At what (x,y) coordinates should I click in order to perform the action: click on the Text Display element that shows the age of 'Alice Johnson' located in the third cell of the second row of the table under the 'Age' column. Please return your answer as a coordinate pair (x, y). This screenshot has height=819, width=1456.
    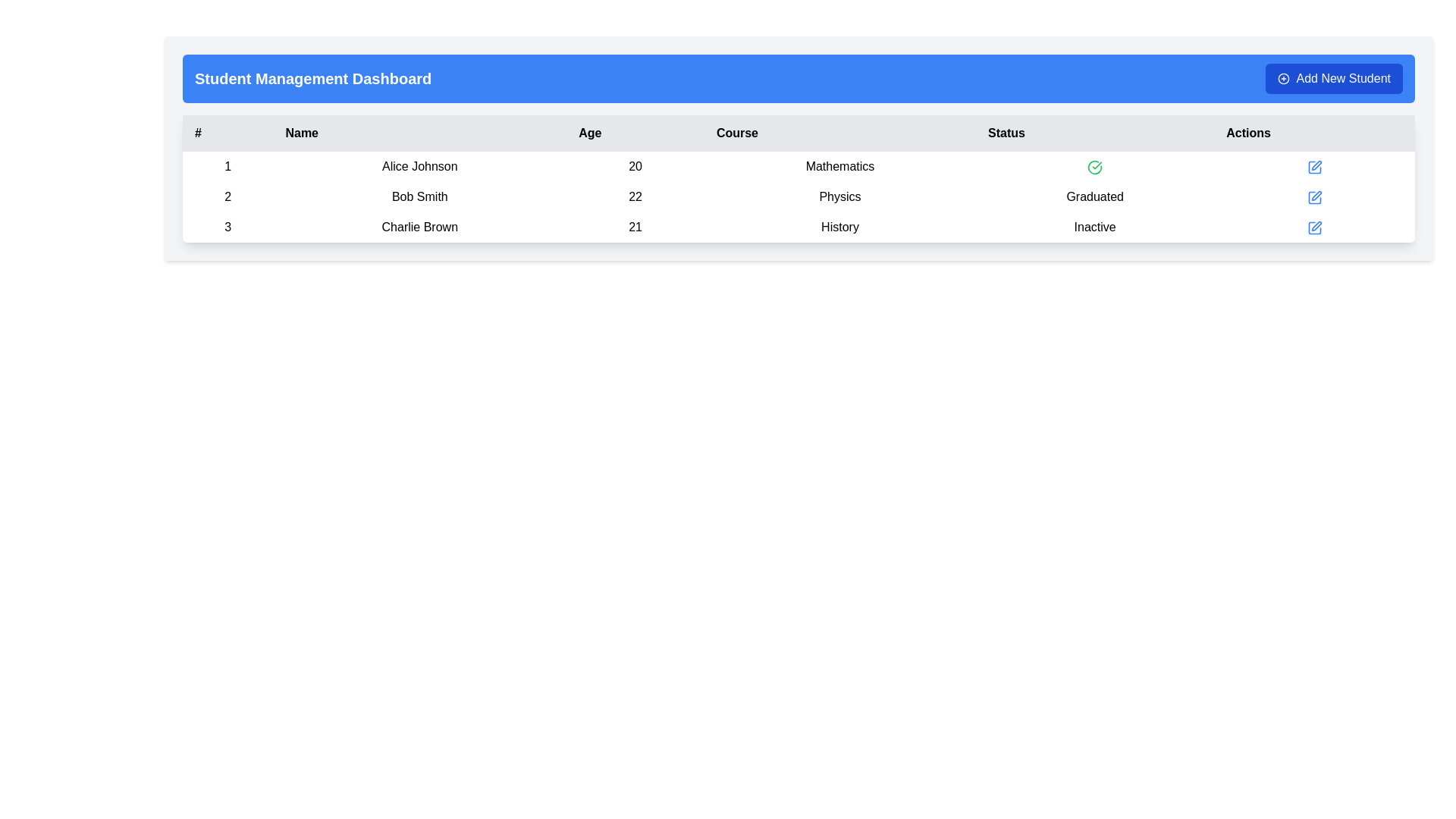
    Looking at the image, I should click on (635, 166).